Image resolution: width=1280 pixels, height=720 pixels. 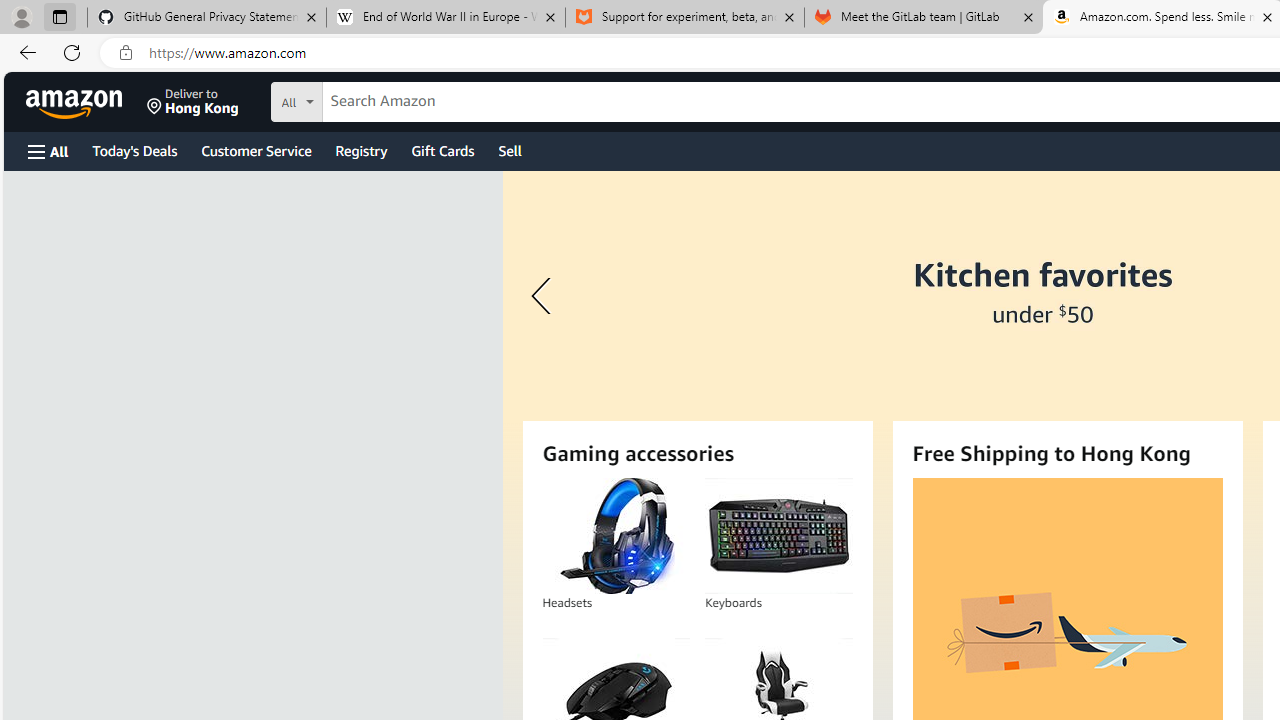 What do you see at coordinates (614, 535) in the screenshot?
I see `'Headsets'` at bounding box center [614, 535].